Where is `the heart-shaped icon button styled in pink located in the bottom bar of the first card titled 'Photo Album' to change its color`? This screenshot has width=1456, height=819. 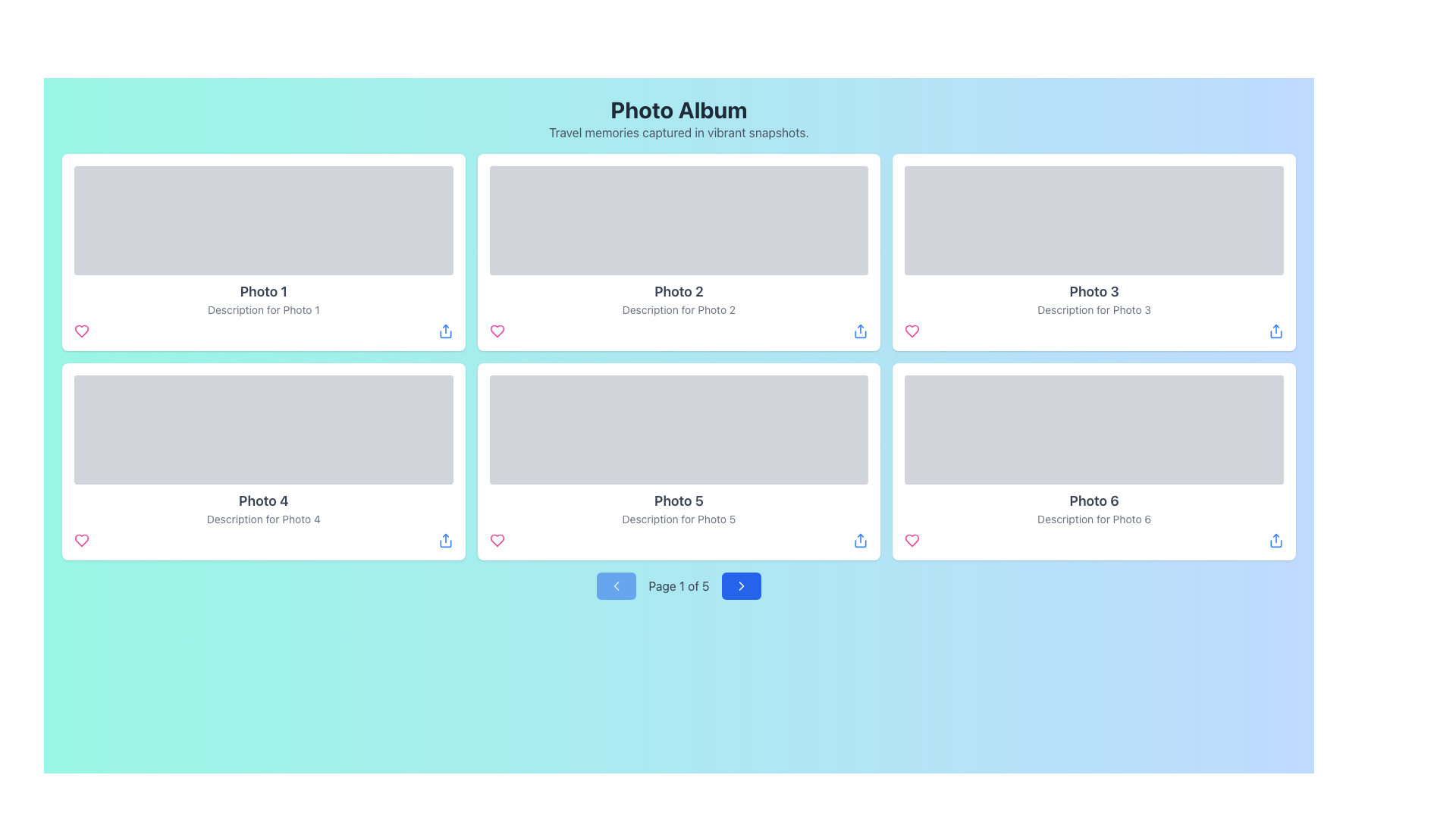 the heart-shaped icon button styled in pink located in the bottom bar of the first card titled 'Photo Album' to change its color is located at coordinates (81, 330).